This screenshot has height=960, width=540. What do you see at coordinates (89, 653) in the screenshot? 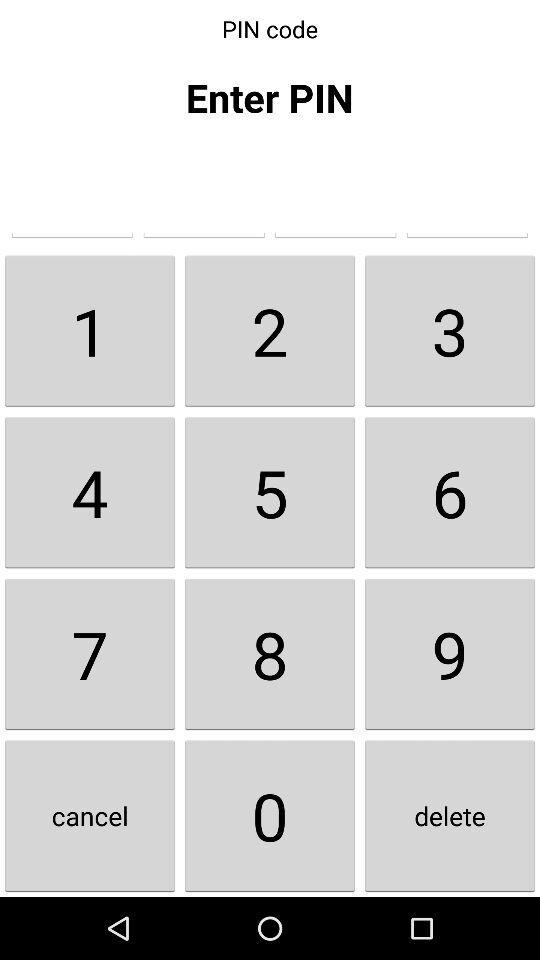
I see `item above the cancel icon` at bounding box center [89, 653].